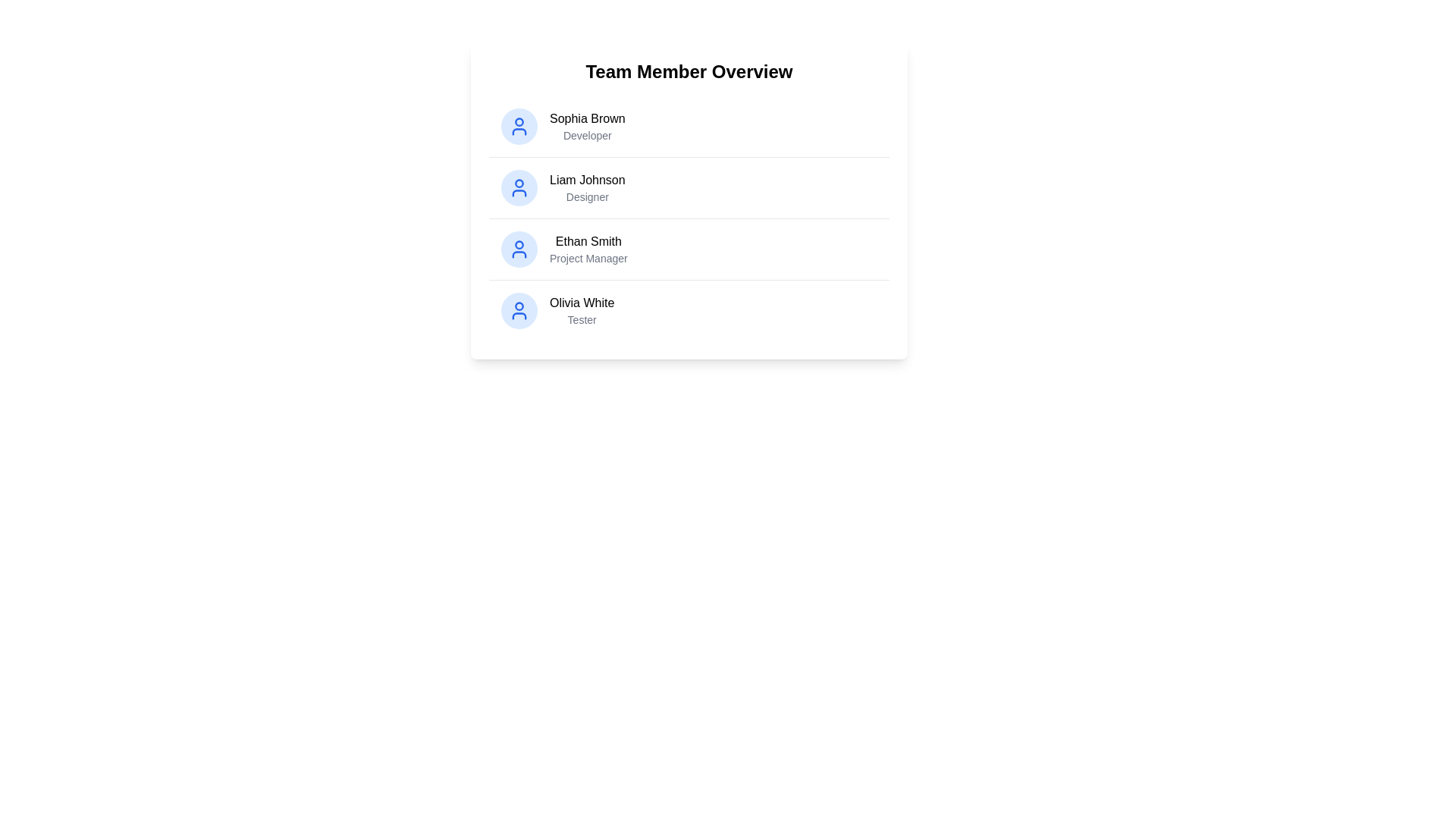 The image size is (1456, 819). What do you see at coordinates (557, 309) in the screenshot?
I see `the avatar of the team member 'Olivia White'` at bounding box center [557, 309].